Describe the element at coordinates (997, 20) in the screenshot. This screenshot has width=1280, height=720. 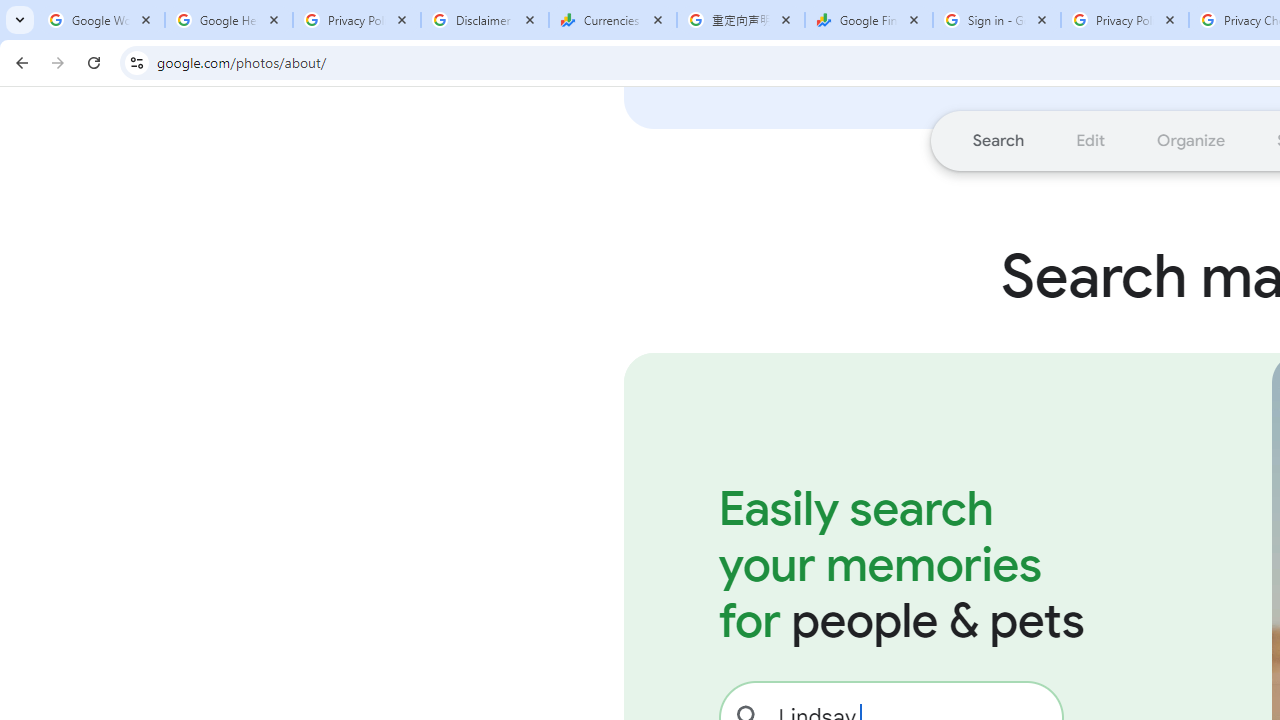
I see `'Sign in - Google Accounts'` at that location.